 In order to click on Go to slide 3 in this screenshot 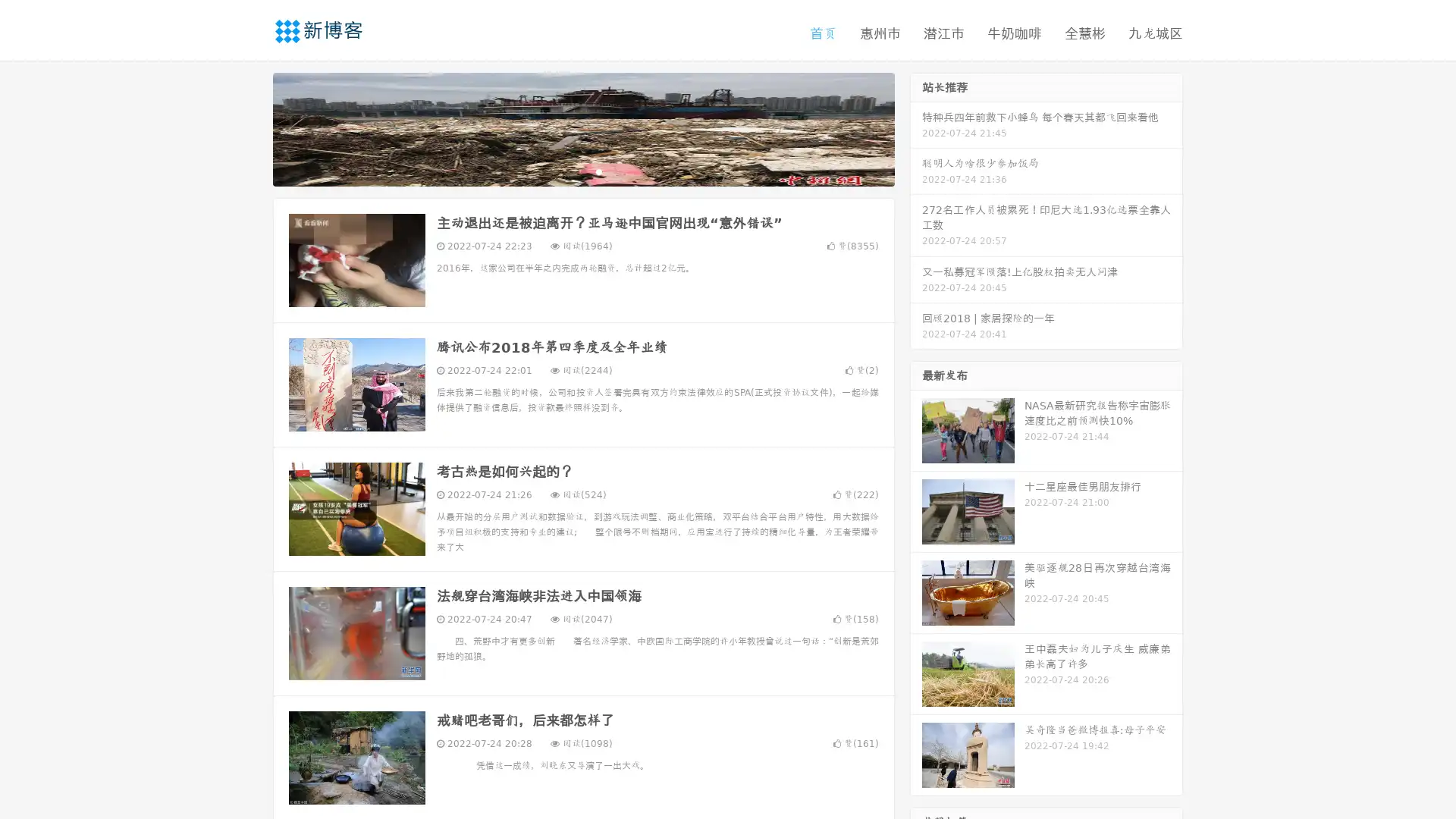, I will do `click(598, 171)`.